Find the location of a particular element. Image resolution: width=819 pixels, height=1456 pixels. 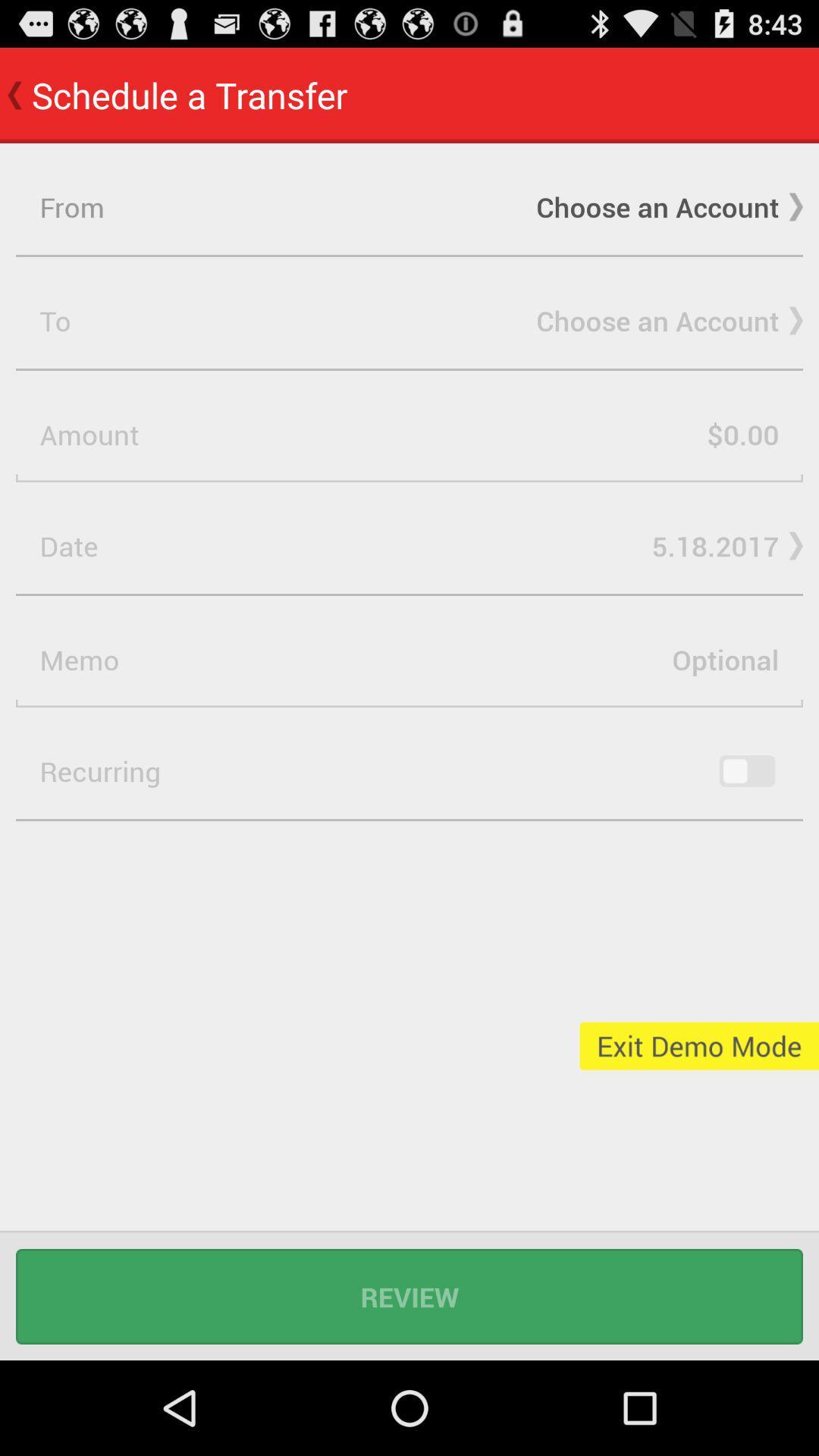

on button is located at coordinates (746, 771).